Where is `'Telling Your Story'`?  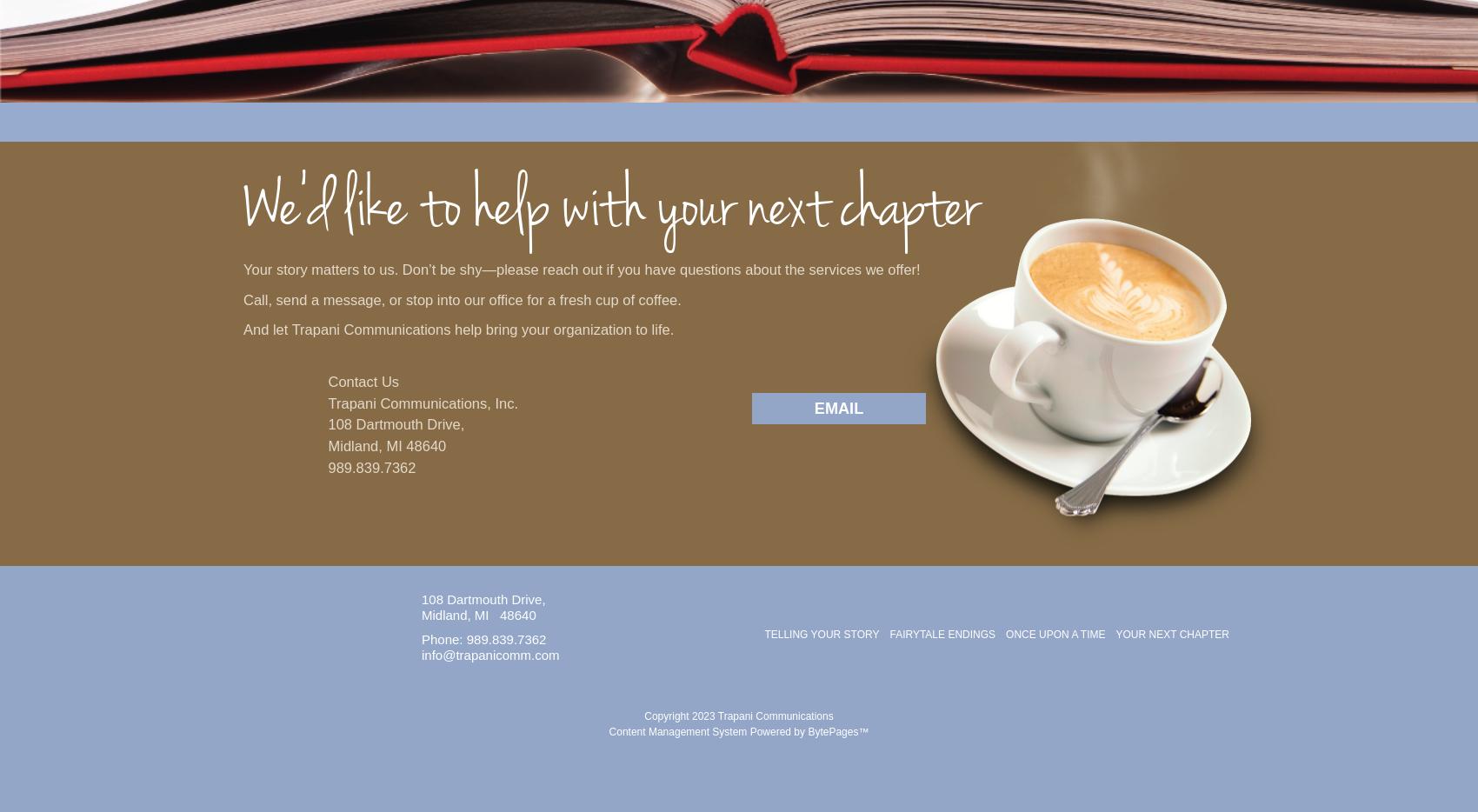
'Telling Your Story' is located at coordinates (822, 633).